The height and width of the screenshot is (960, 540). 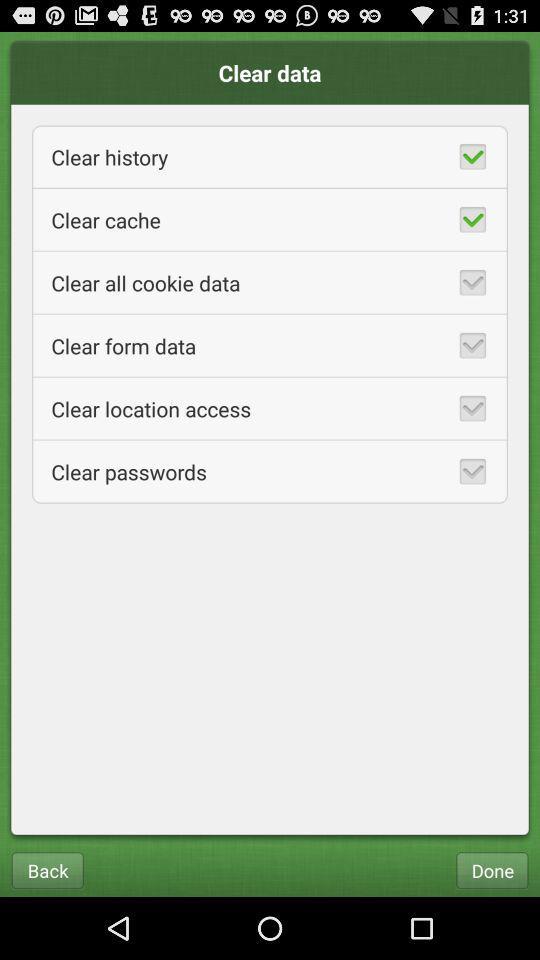 I want to click on the item at the bottom left corner, so click(x=47, y=869).